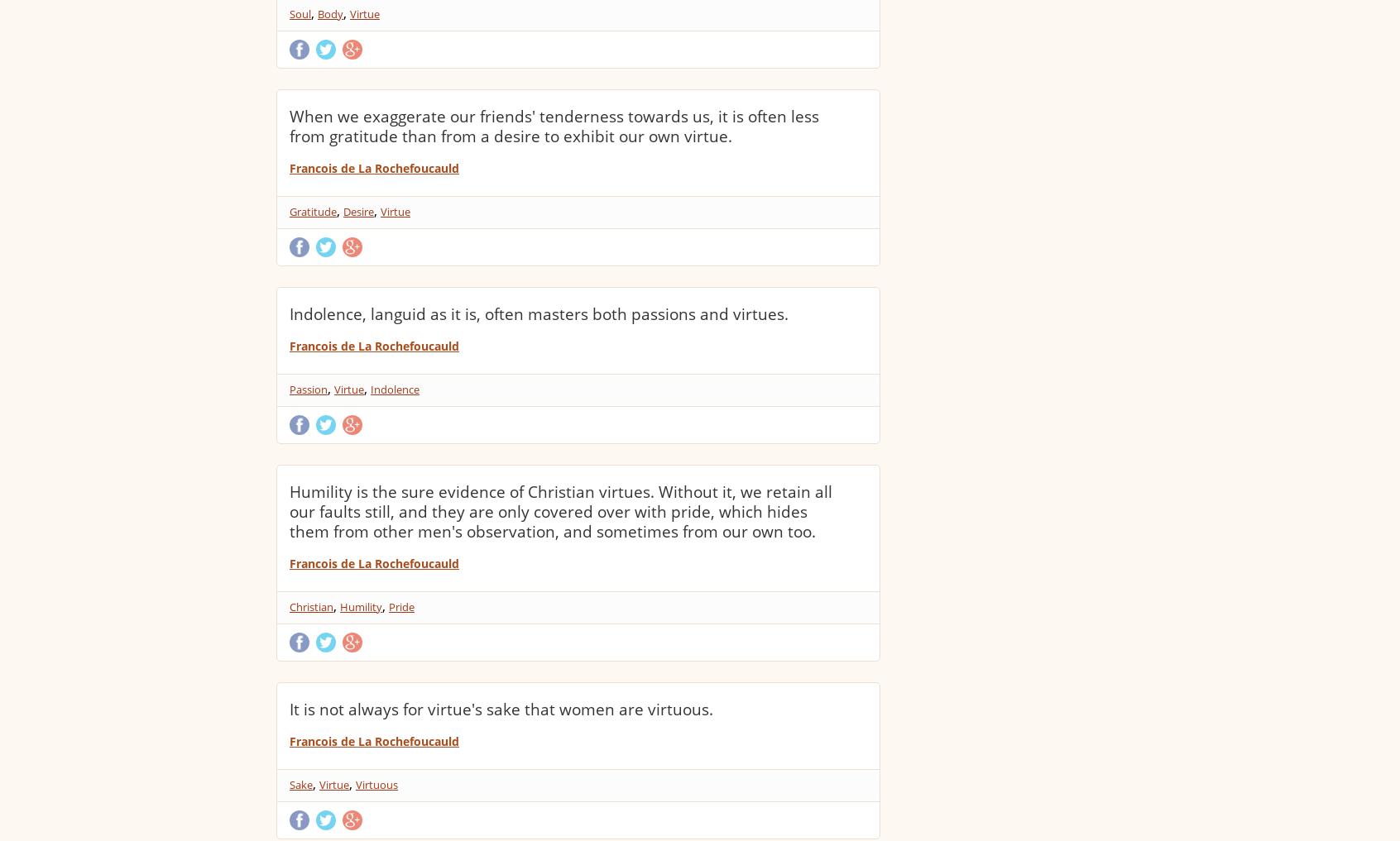 Image resolution: width=1400 pixels, height=841 pixels. What do you see at coordinates (311, 605) in the screenshot?
I see `'Christian'` at bounding box center [311, 605].